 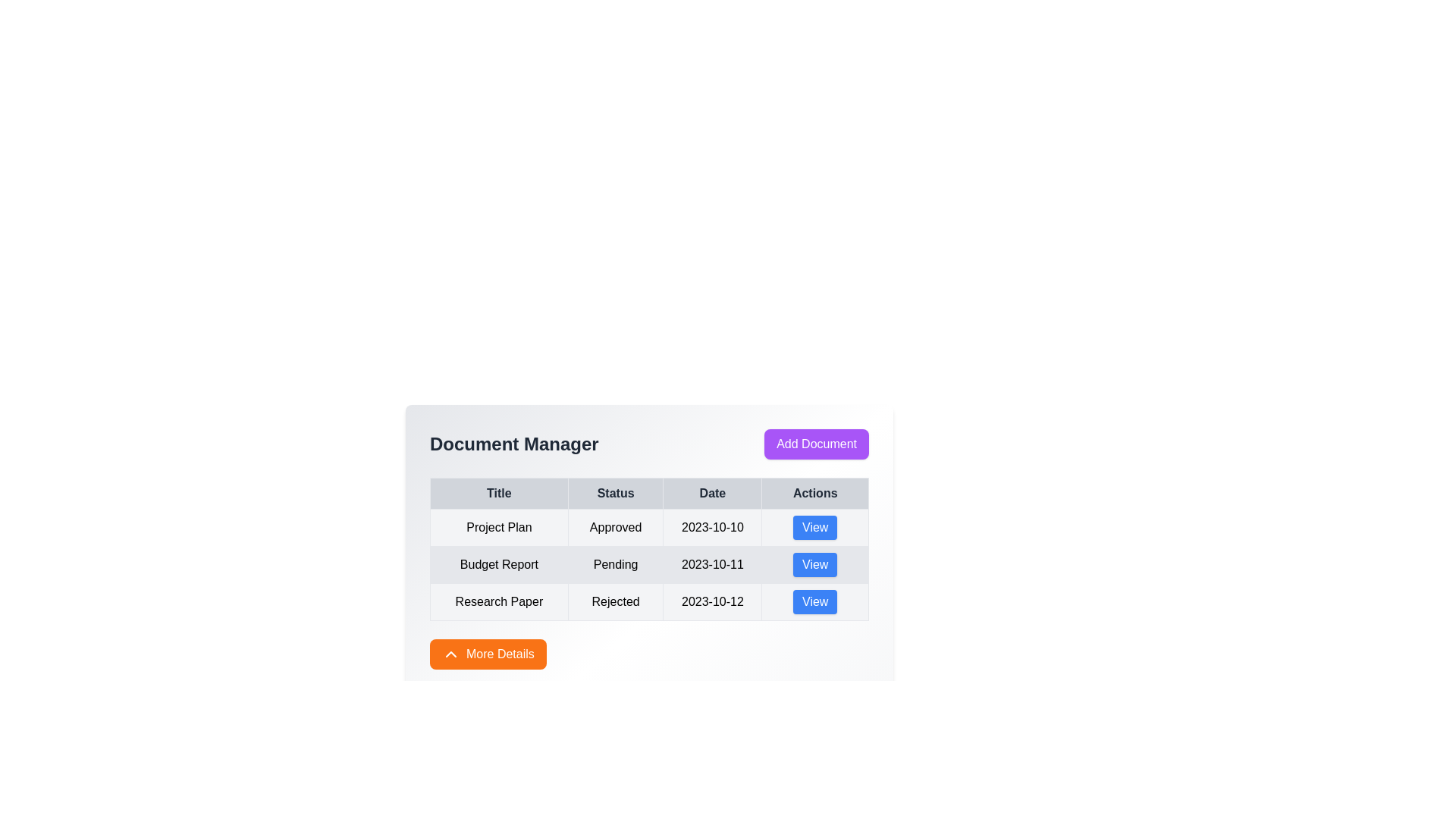 What do you see at coordinates (649, 564) in the screenshot?
I see `contents of the second table row which includes 'Budget Report', 'Pending', '2023-10-11', and a 'View' button` at bounding box center [649, 564].